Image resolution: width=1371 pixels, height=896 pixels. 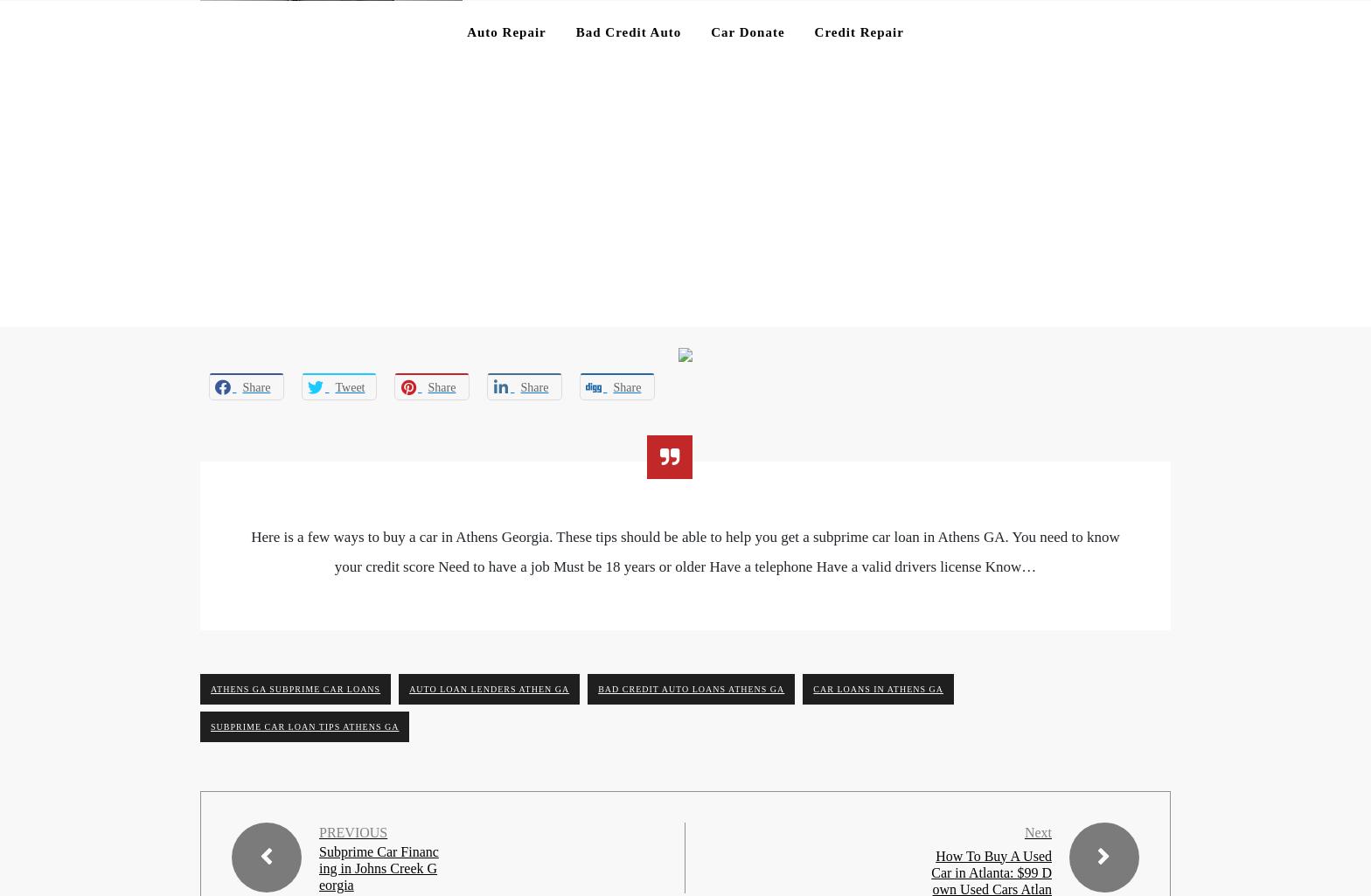 What do you see at coordinates (509, 865) in the screenshot?
I see `'Copyright ©2023 99 Dollar Car Payments. All rights reserved.'` at bounding box center [509, 865].